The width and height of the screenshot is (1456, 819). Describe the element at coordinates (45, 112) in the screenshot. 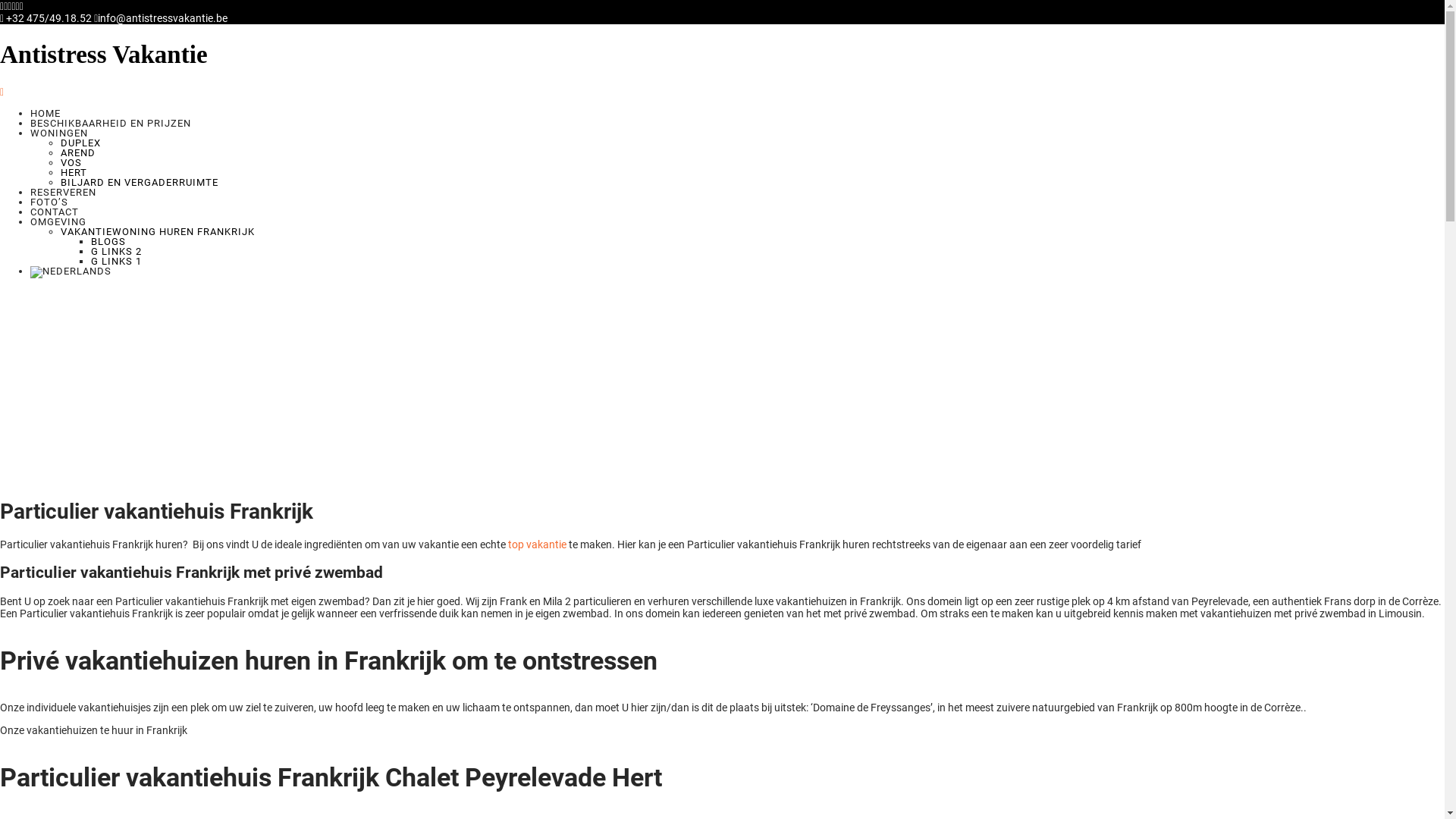

I see `'HOME'` at that location.